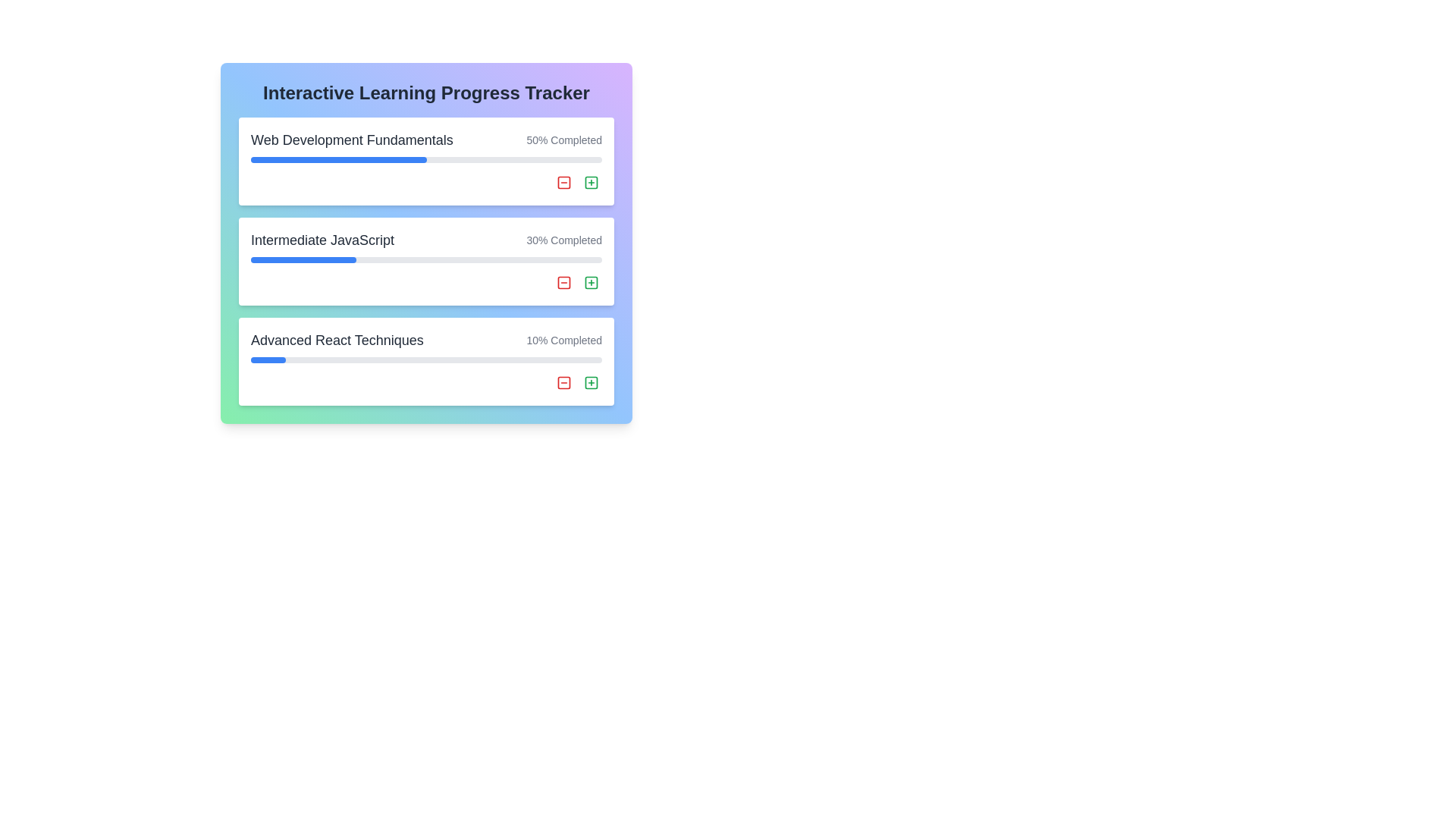 This screenshot has width=1456, height=819. I want to click on the progress visually indicated by the progress bar component for the 'Intermediate JavaScript' task, which shows 30% completion, so click(303, 259).